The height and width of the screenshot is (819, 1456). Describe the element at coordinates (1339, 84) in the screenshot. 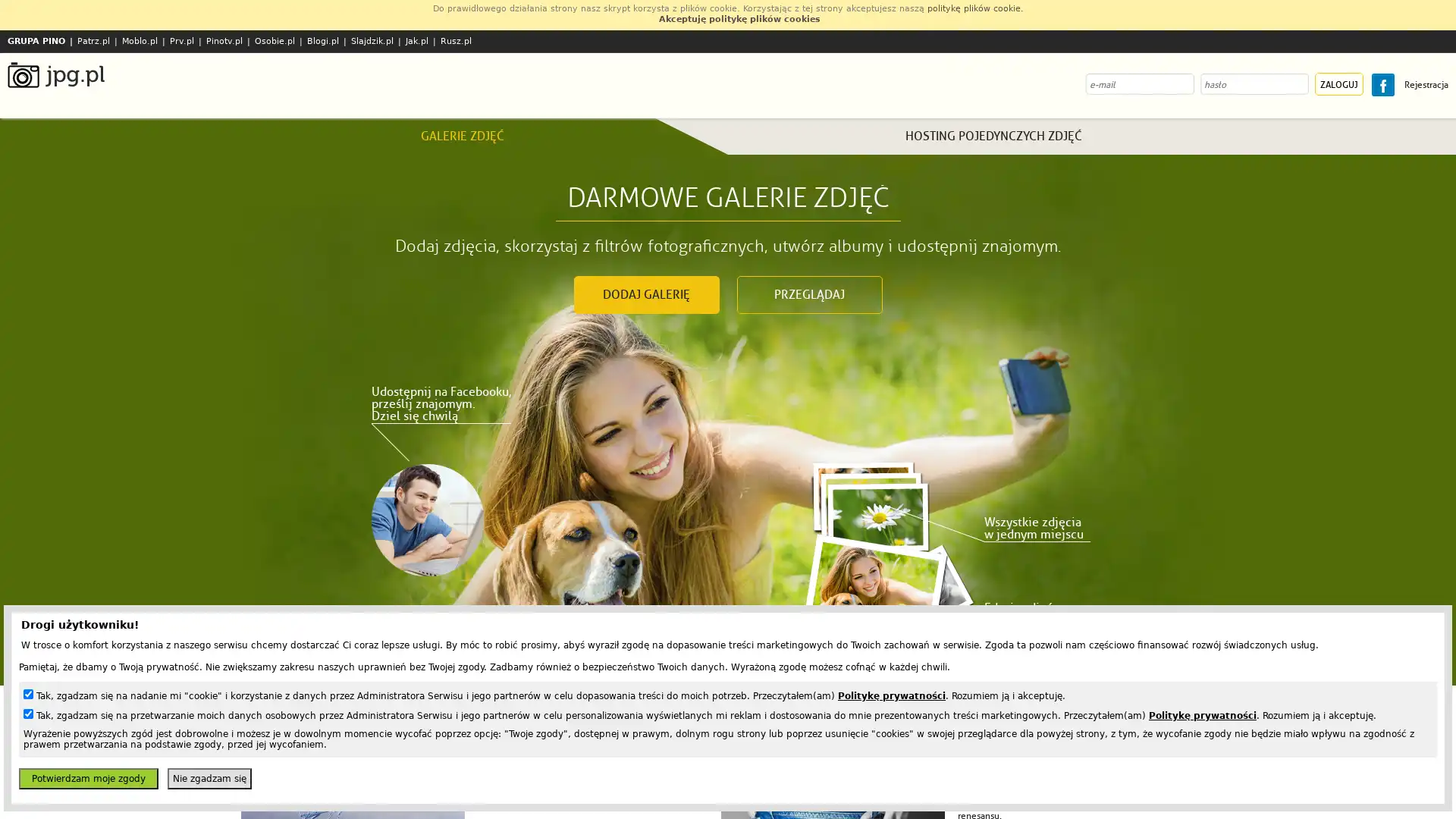

I see `Zaloguj` at that location.